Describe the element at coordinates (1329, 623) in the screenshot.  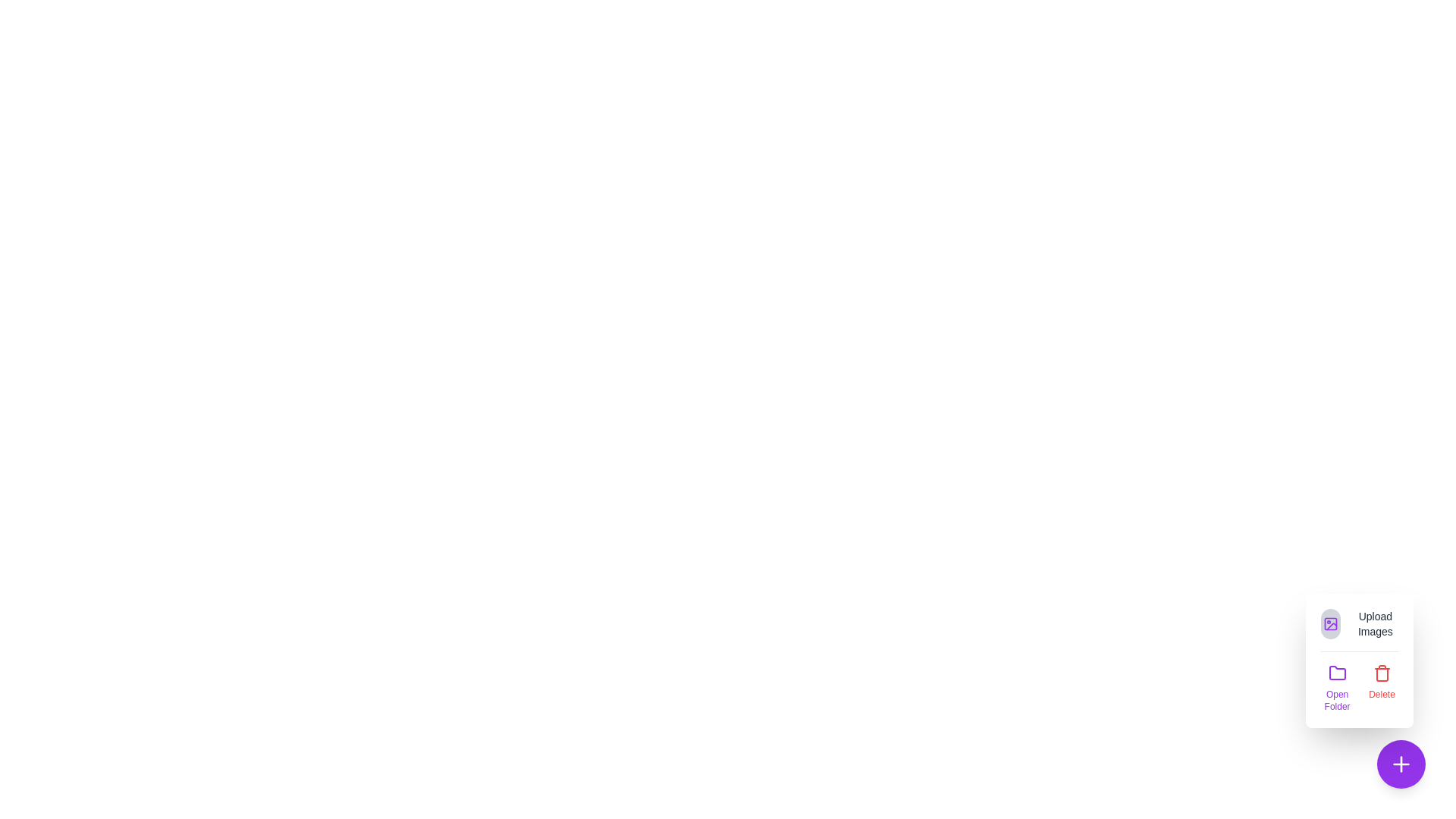
I see `the Circular action button located to the left of the 'Upload Images' text at the bottom-right corner of the interface` at that location.